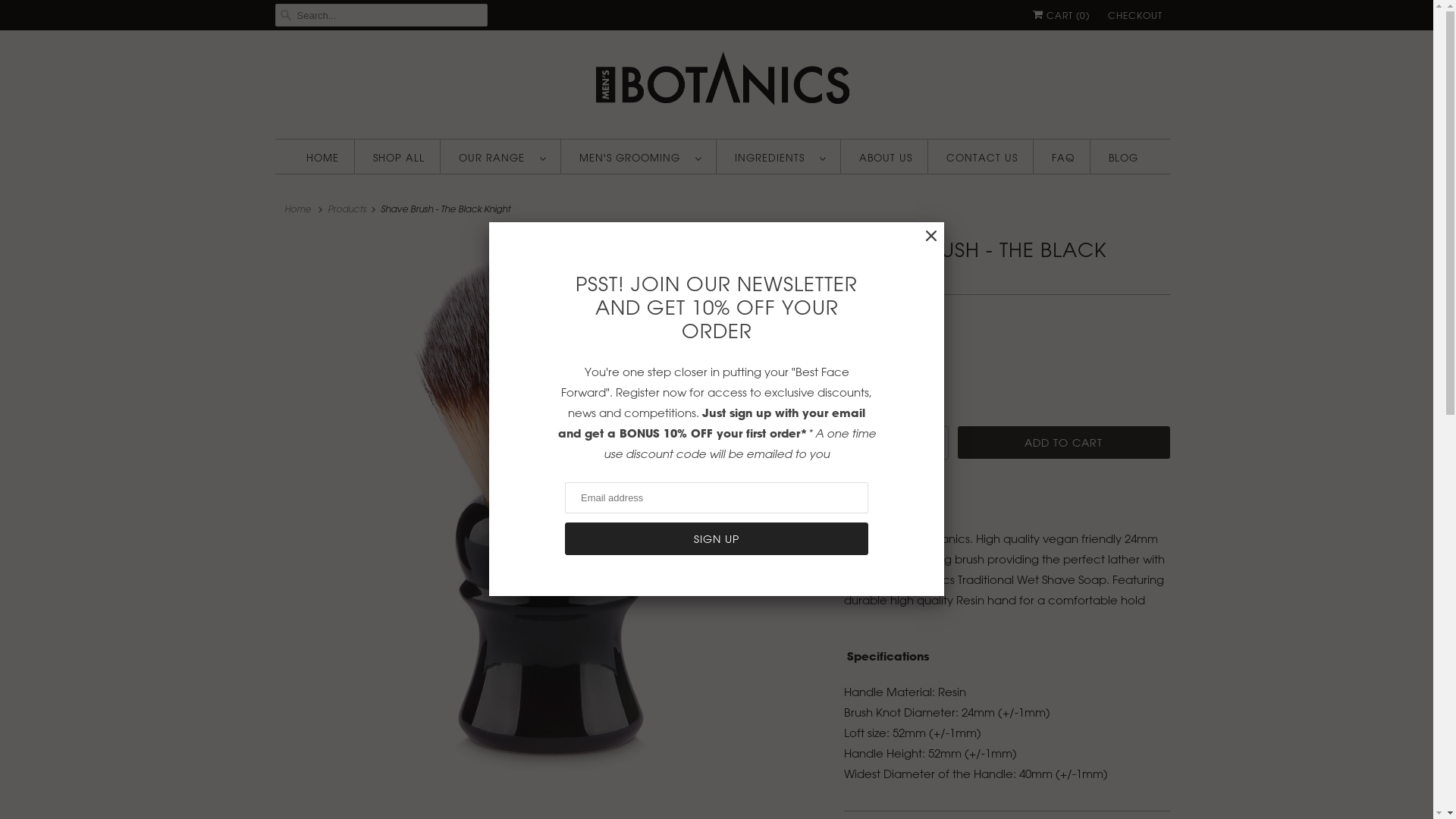 This screenshot has height=819, width=1456. I want to click on 'CART (0)', so click(1032, 14).